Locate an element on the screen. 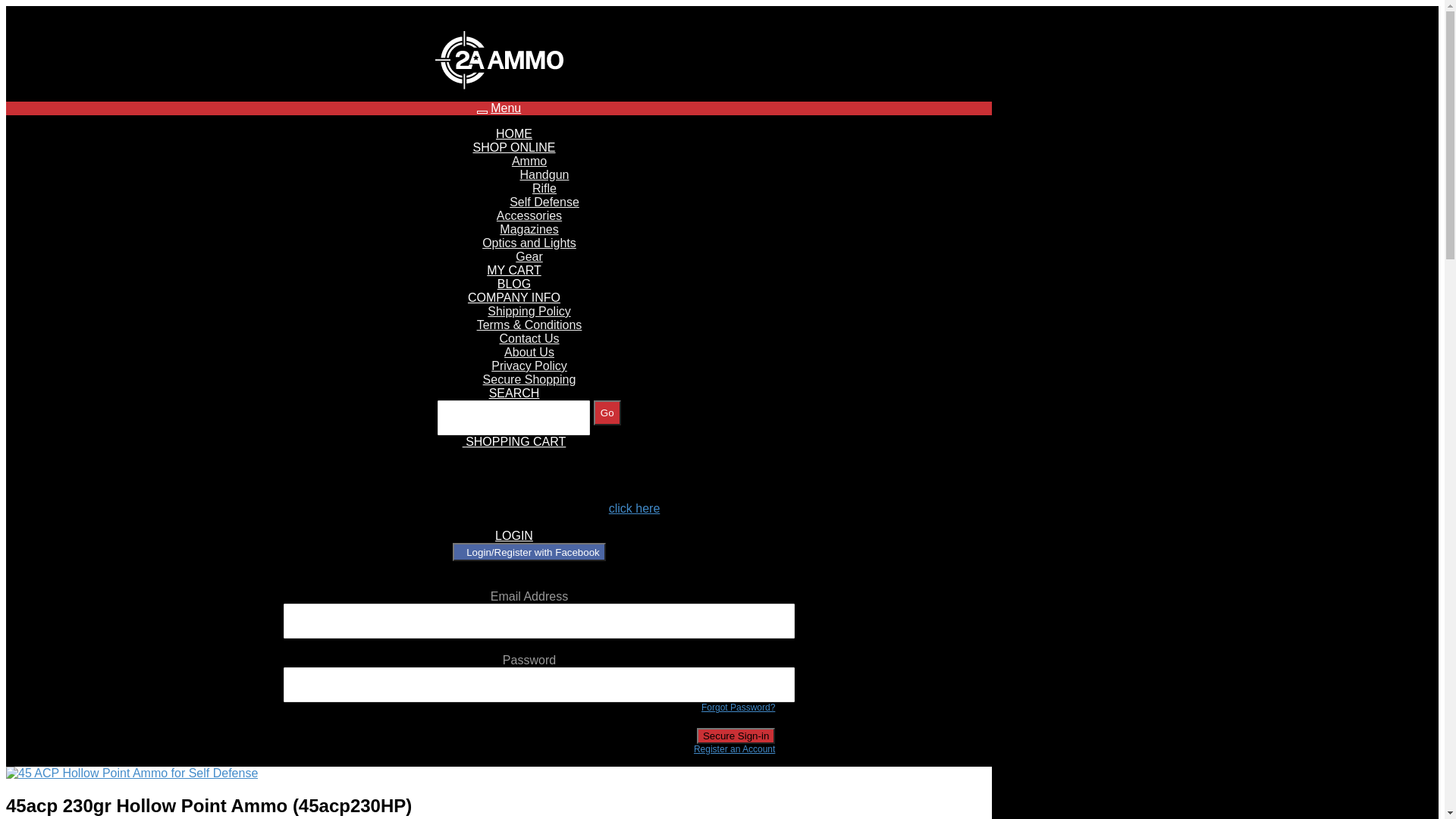  'click here' is located at coordinates (608, 508).